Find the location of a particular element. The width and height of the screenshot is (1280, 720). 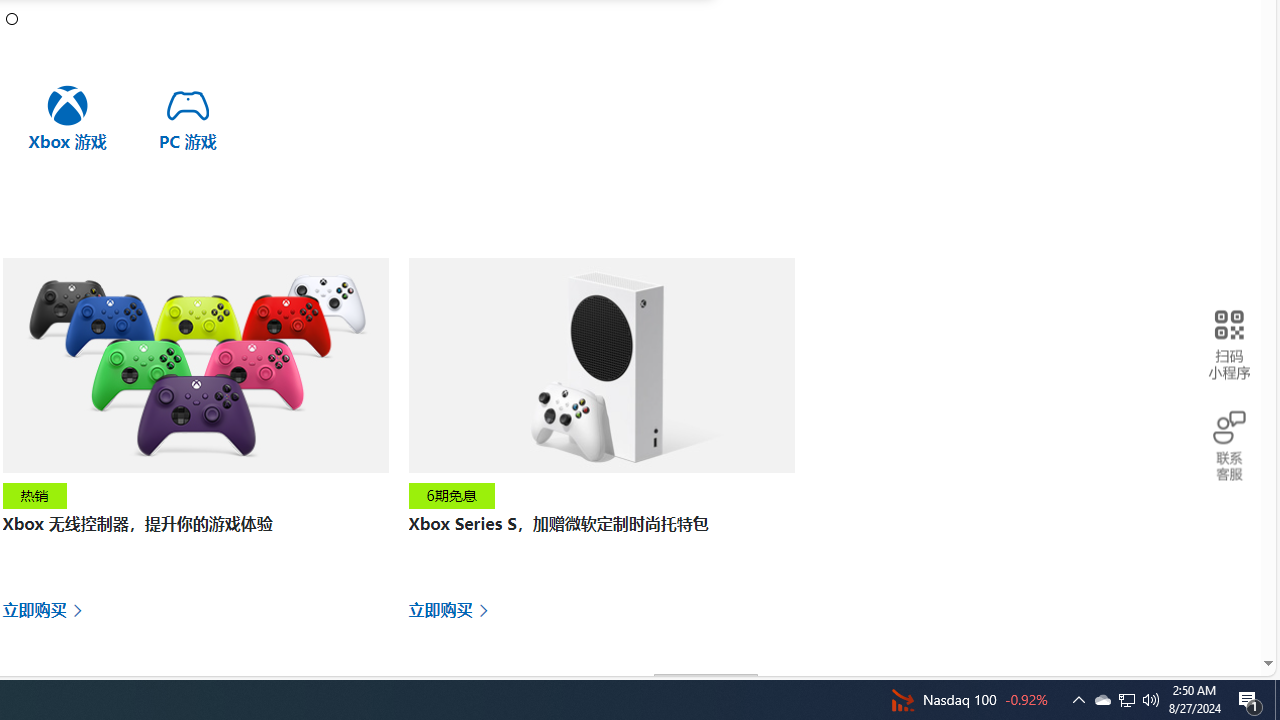

'Go to slide 3' is located at coordinates (12, 18).